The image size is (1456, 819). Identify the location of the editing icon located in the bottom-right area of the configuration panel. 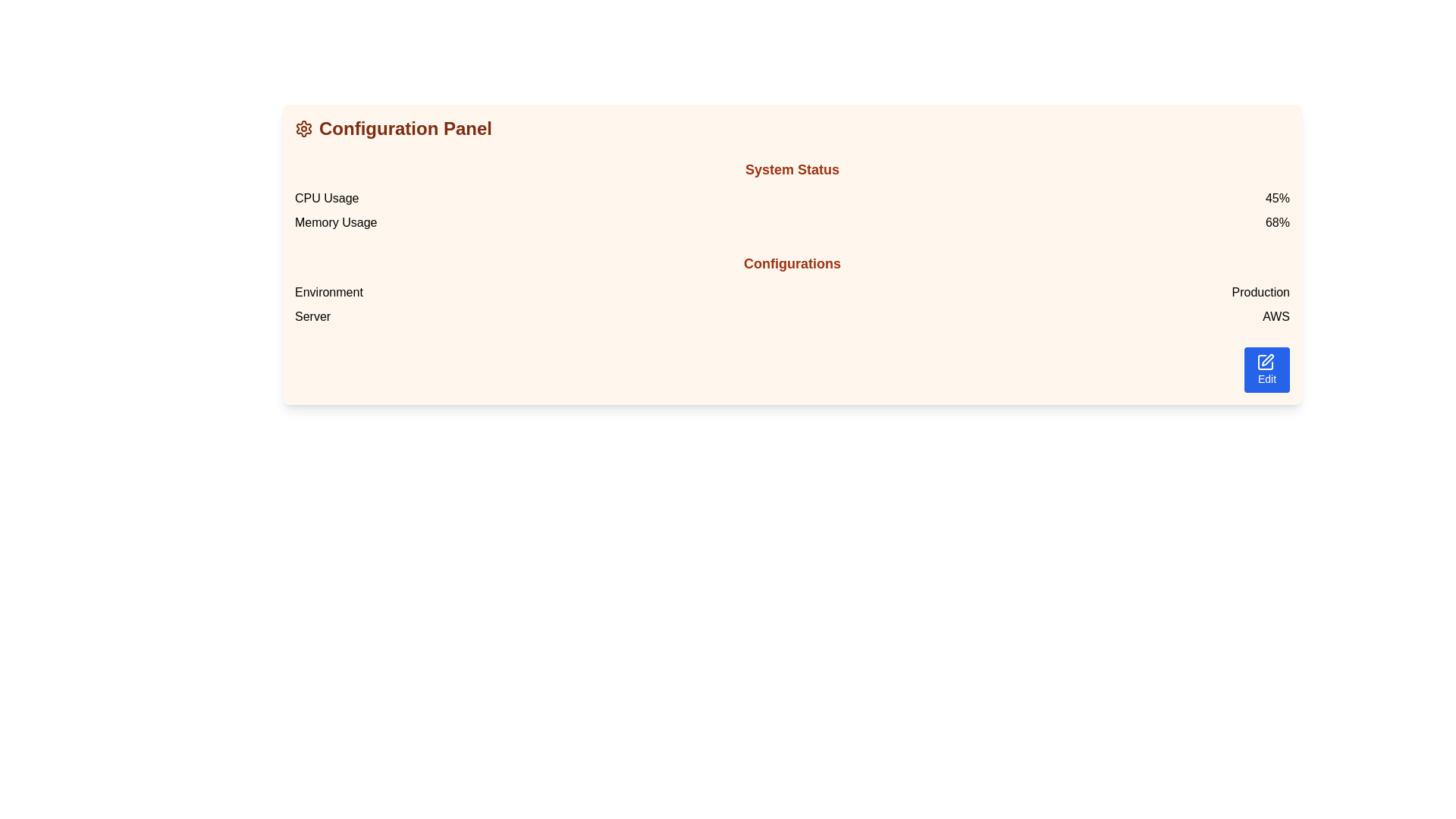
(1267, 359).